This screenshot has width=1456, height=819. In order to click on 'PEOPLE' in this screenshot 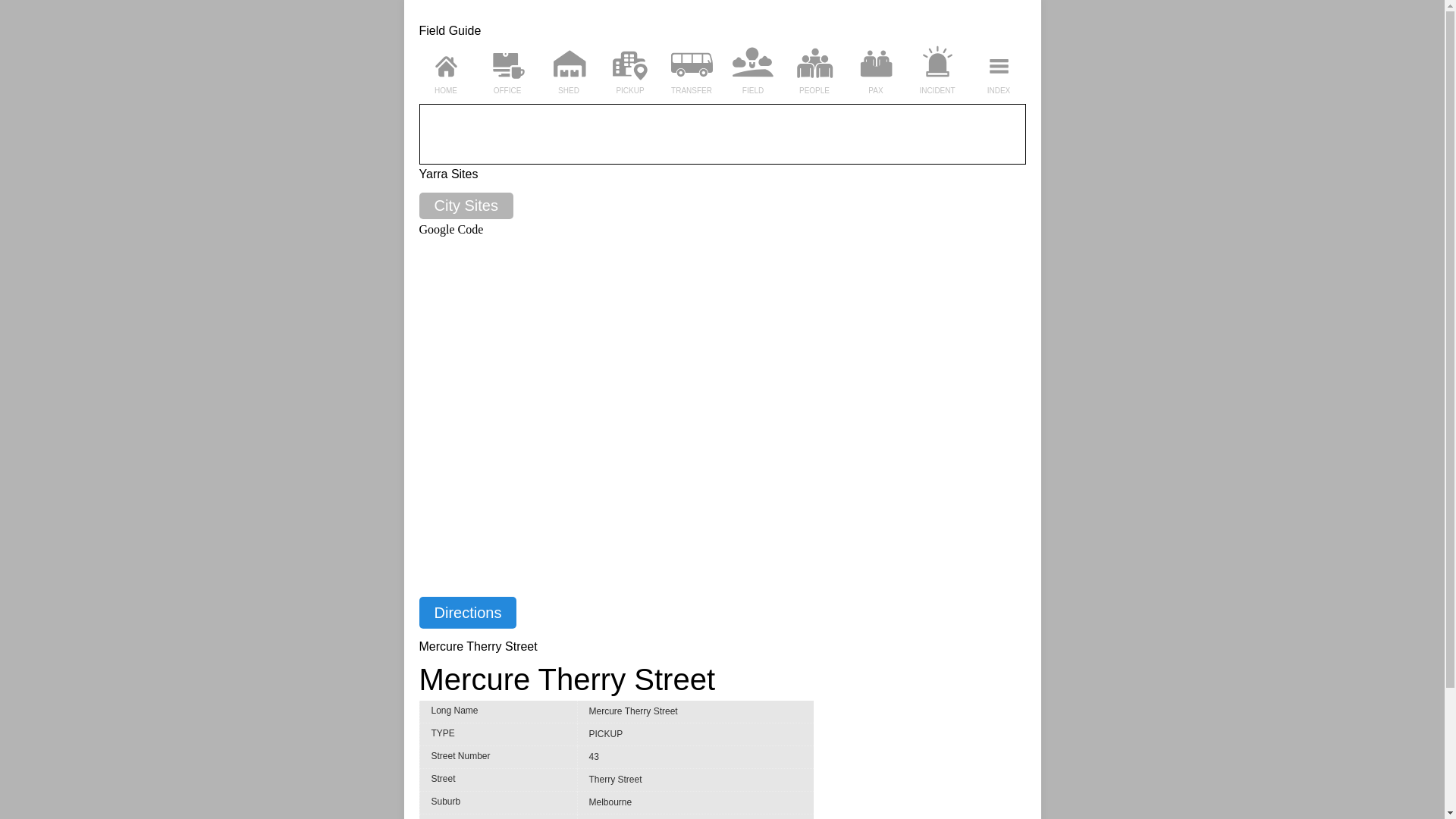, I will do `click(813, 90)`.